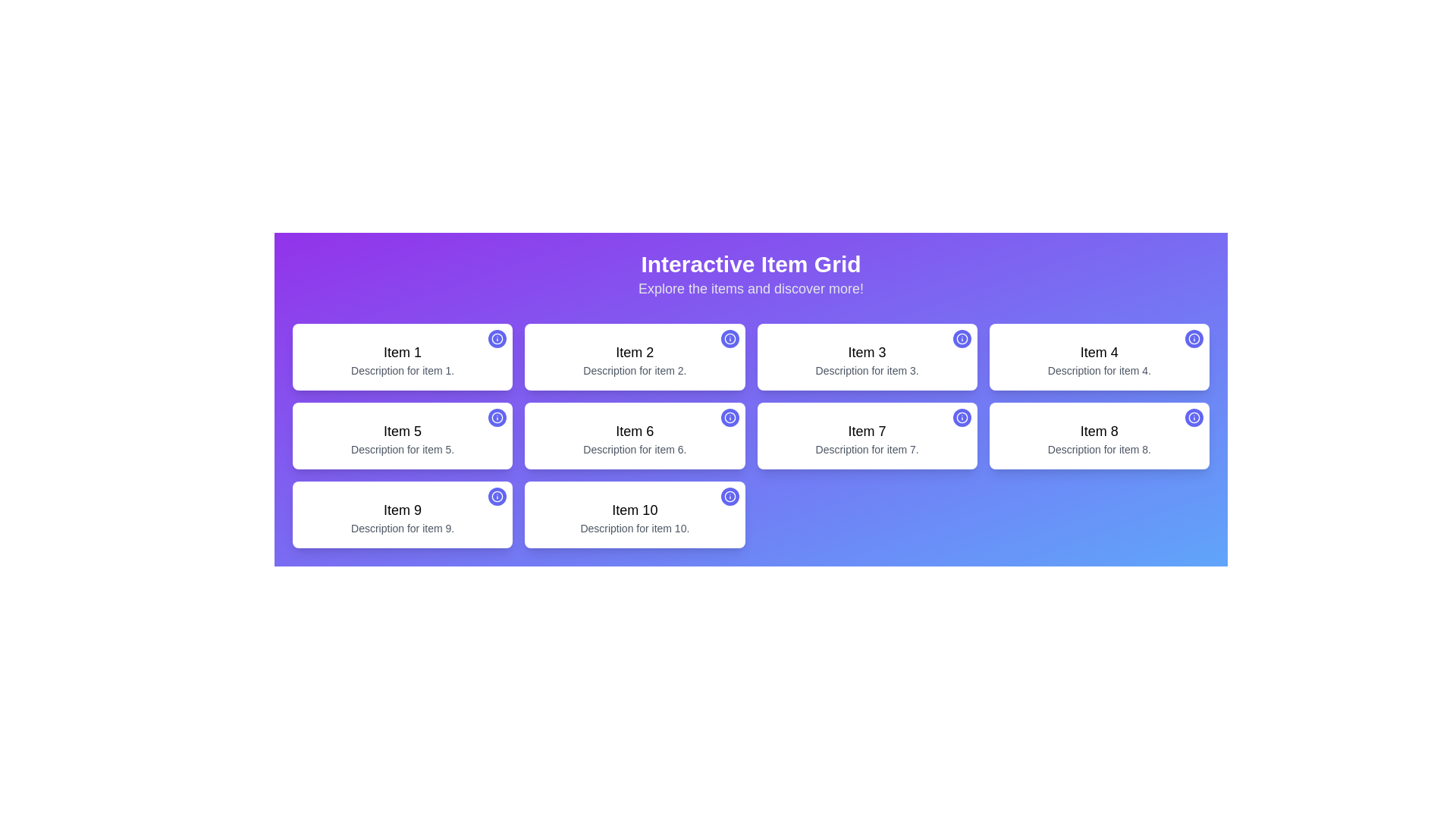 The image size is (1456, 819). I want to click on the interactive button located in the top-right corner of the card labeled 'Item 4', so click(1193, 338).